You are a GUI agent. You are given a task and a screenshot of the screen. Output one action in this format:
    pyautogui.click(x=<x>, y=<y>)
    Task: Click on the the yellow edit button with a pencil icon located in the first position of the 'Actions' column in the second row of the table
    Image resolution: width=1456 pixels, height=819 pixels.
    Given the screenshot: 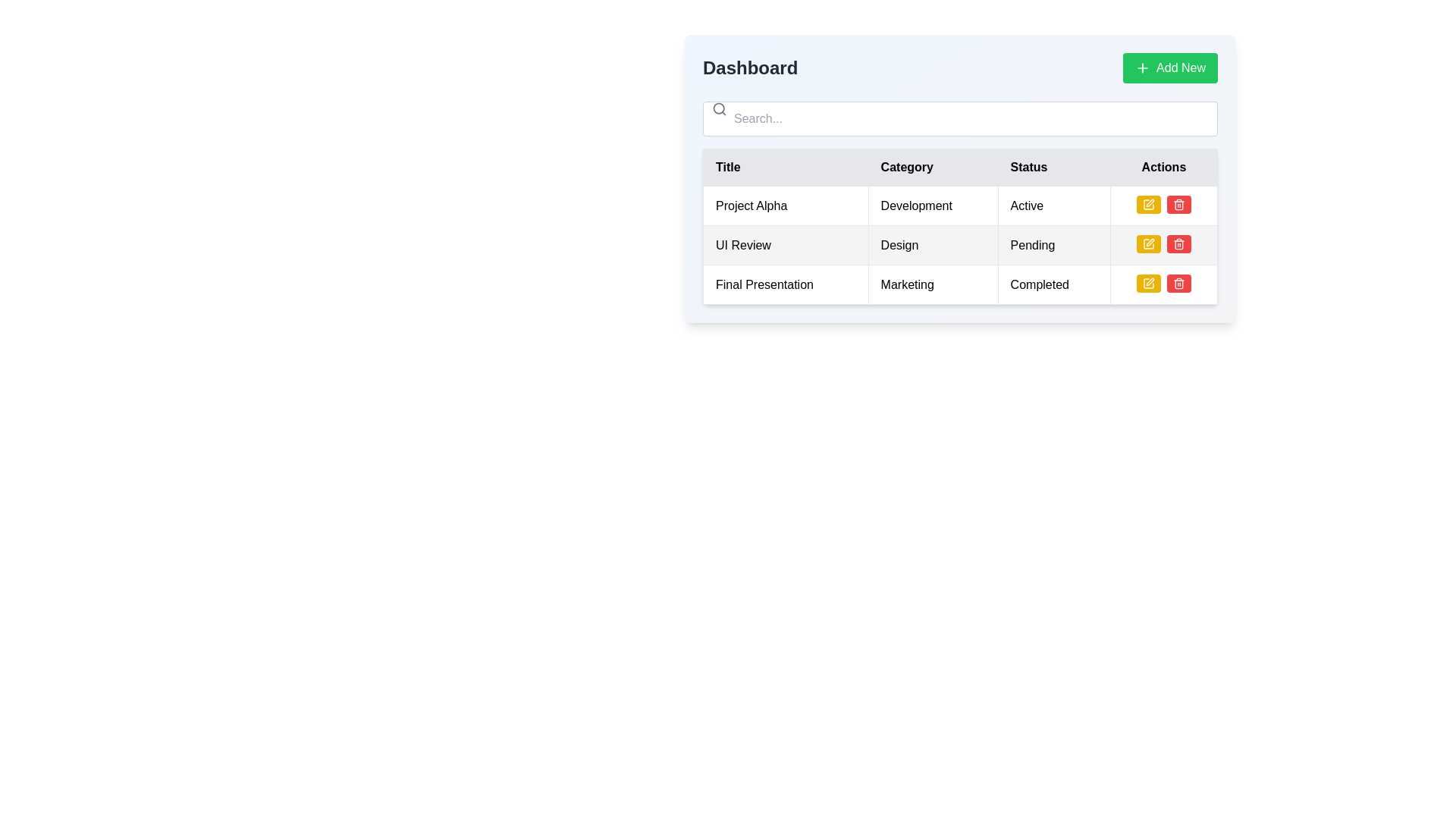 What is the action you would take?
    pyautogui.click(x=1148, y=243)
    